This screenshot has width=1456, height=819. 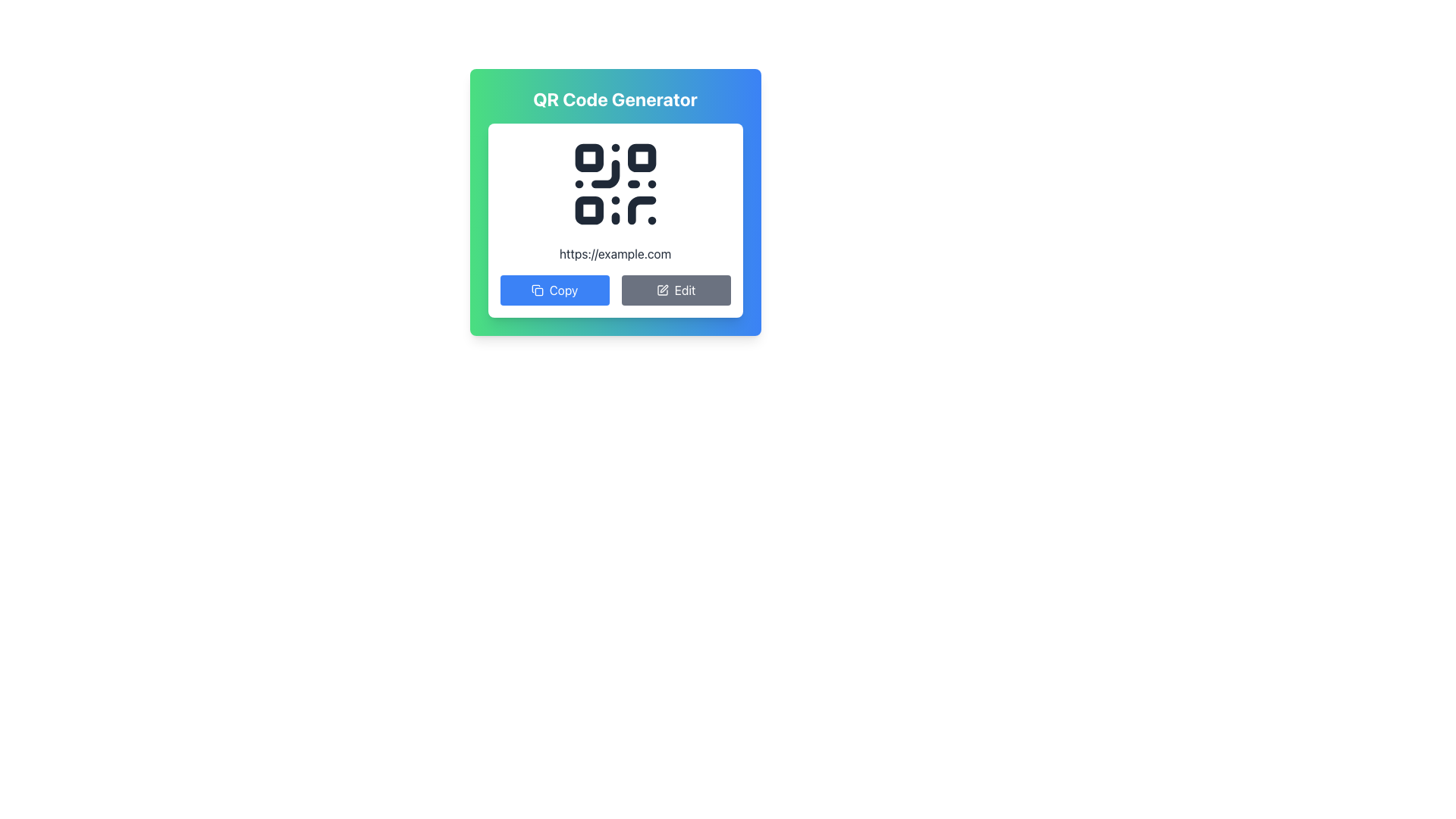 What do you see at coordinates (615, 184) in the screenshot?
I see `the centered QR code image displayed within a white card with rounded corners in the QR Code Generator interface` at bounding box center [615, 184].